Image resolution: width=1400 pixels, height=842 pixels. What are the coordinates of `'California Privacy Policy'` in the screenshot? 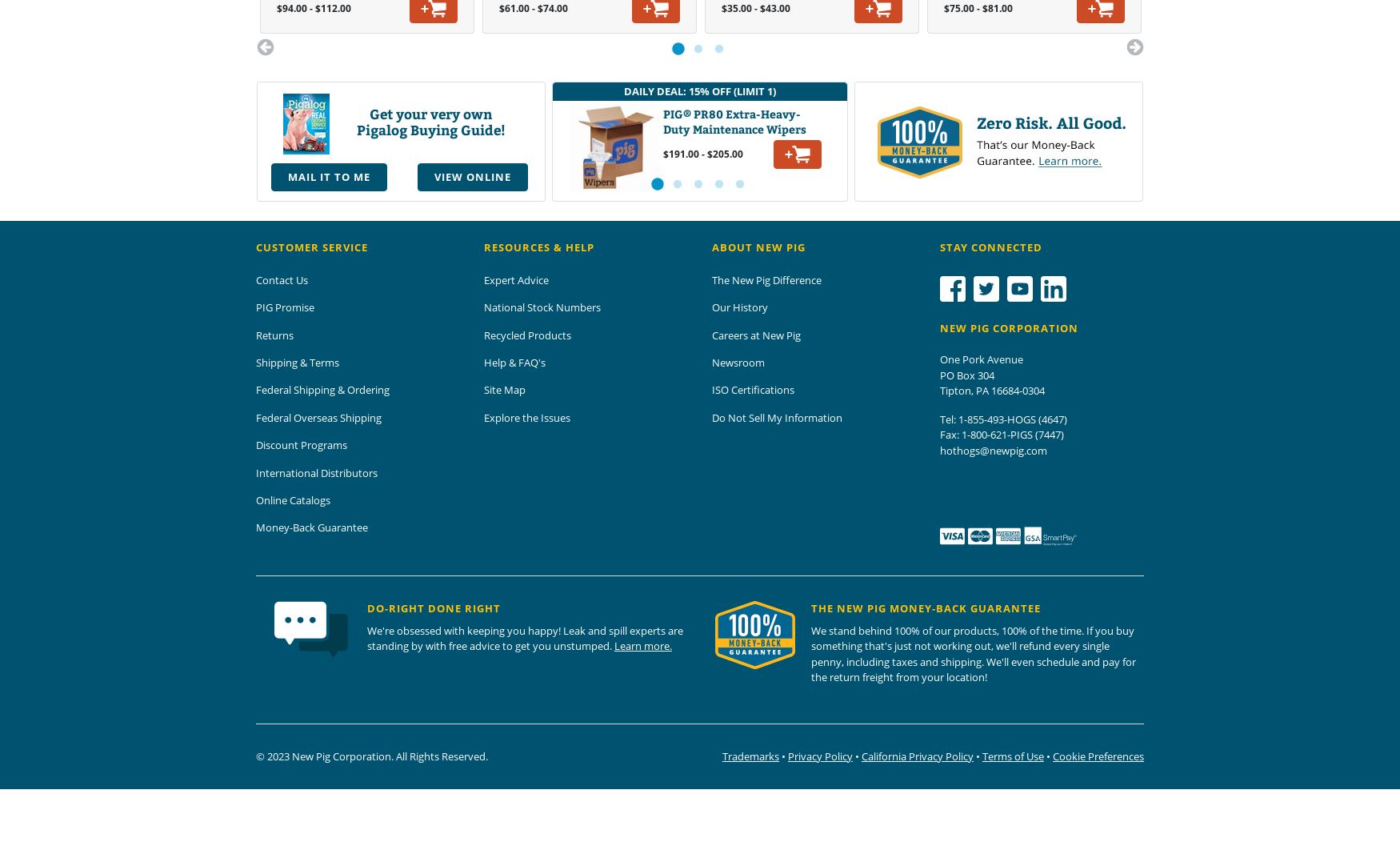 It's located at (861, 754).